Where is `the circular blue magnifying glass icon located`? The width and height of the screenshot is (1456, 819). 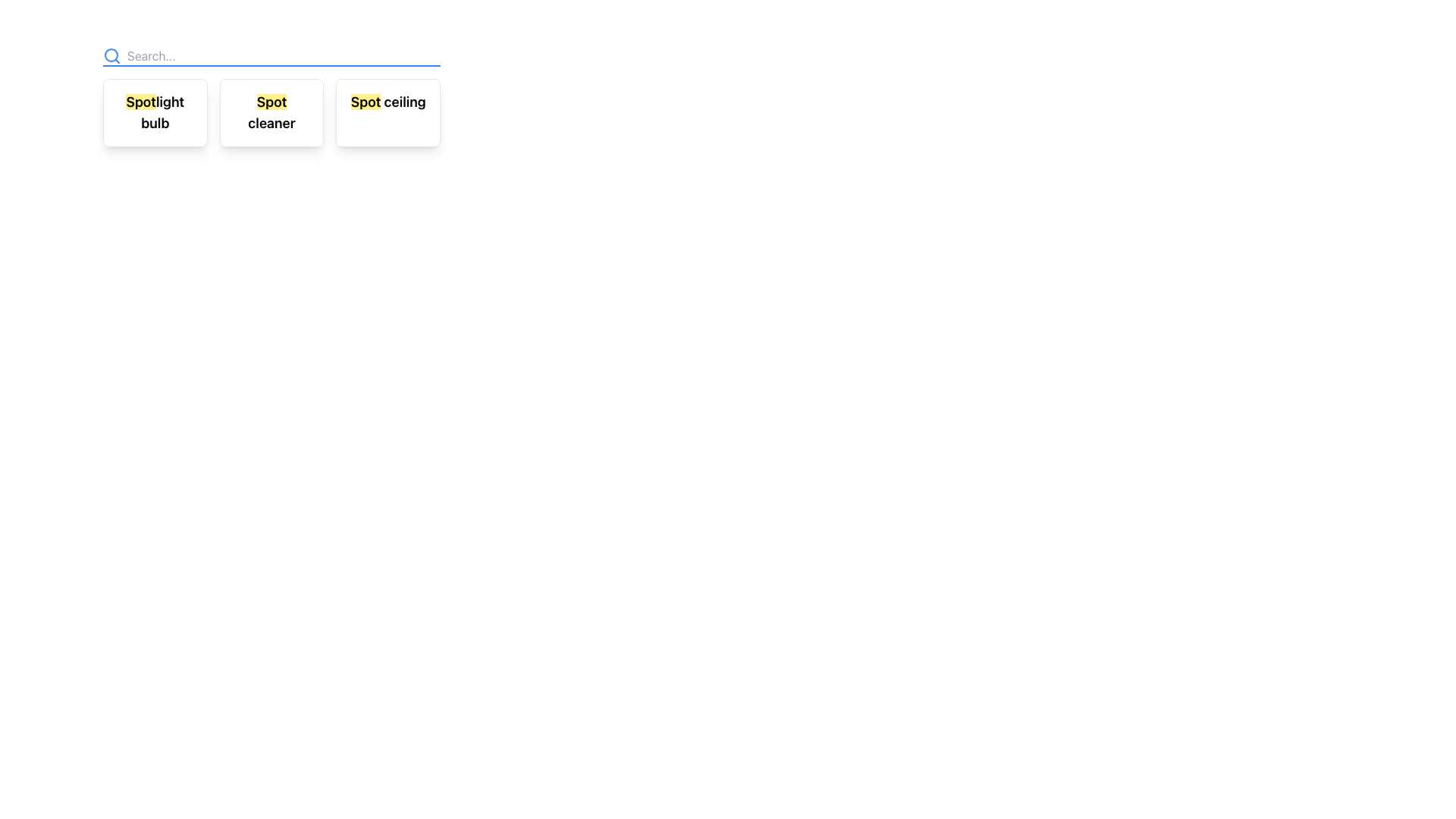 the circular blue magnifying glass icon located is located at coordinates (111, 55).